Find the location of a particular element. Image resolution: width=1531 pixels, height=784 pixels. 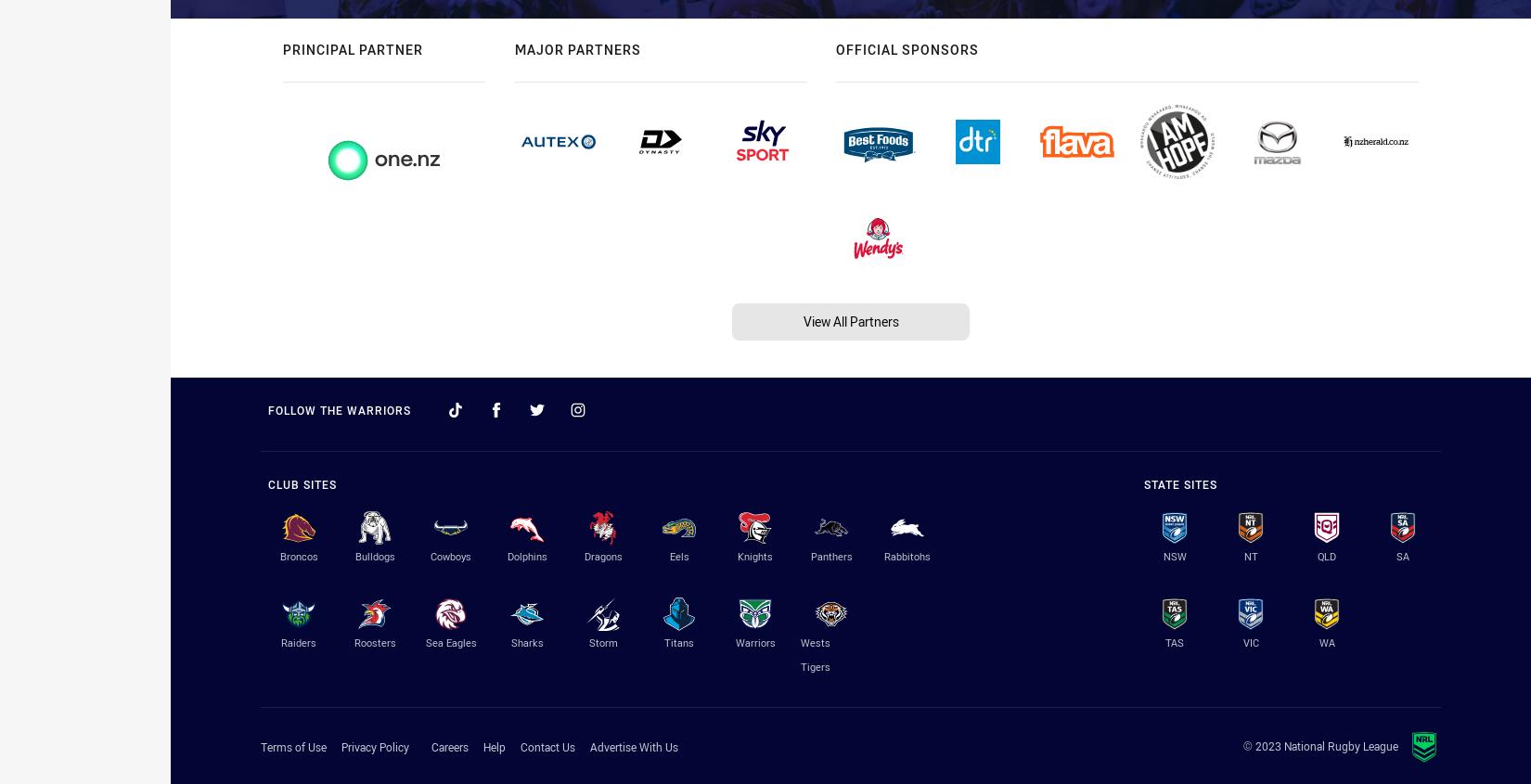

'Cowboys' is located at coordinates (449, 555).